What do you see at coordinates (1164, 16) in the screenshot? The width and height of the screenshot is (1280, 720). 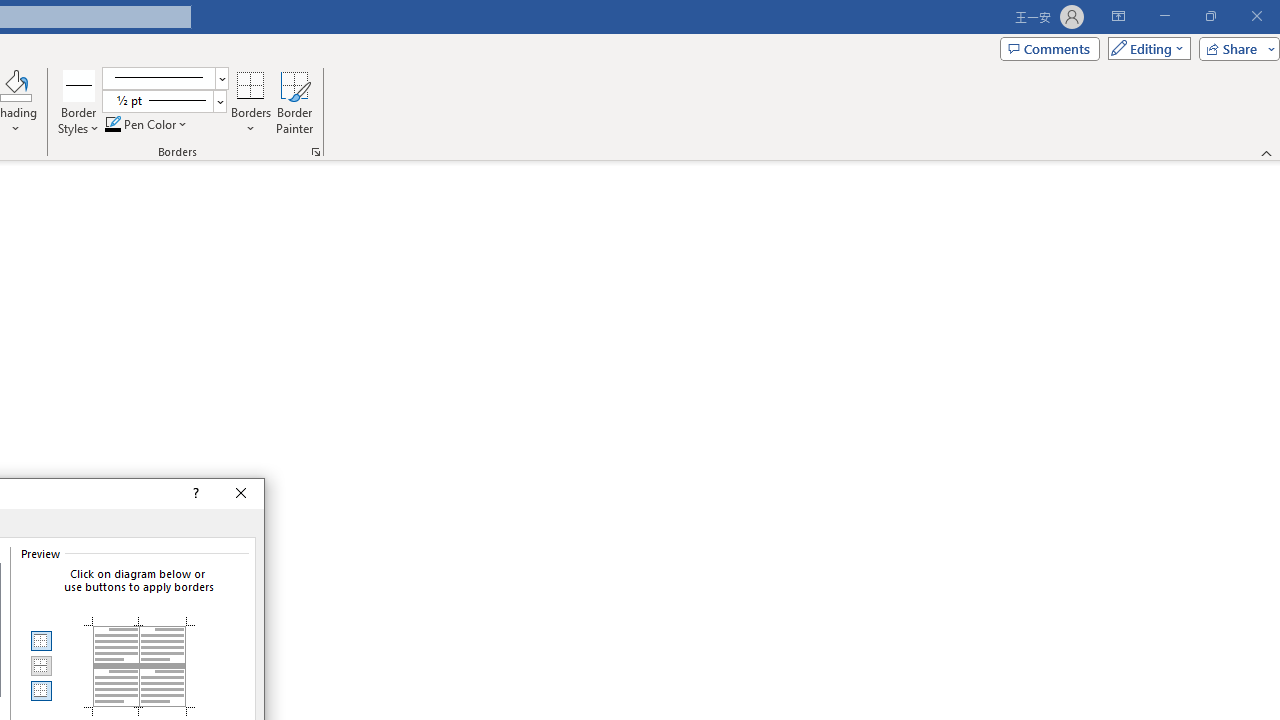 I see `'Minimize'` at bounding box center [1164, 16].